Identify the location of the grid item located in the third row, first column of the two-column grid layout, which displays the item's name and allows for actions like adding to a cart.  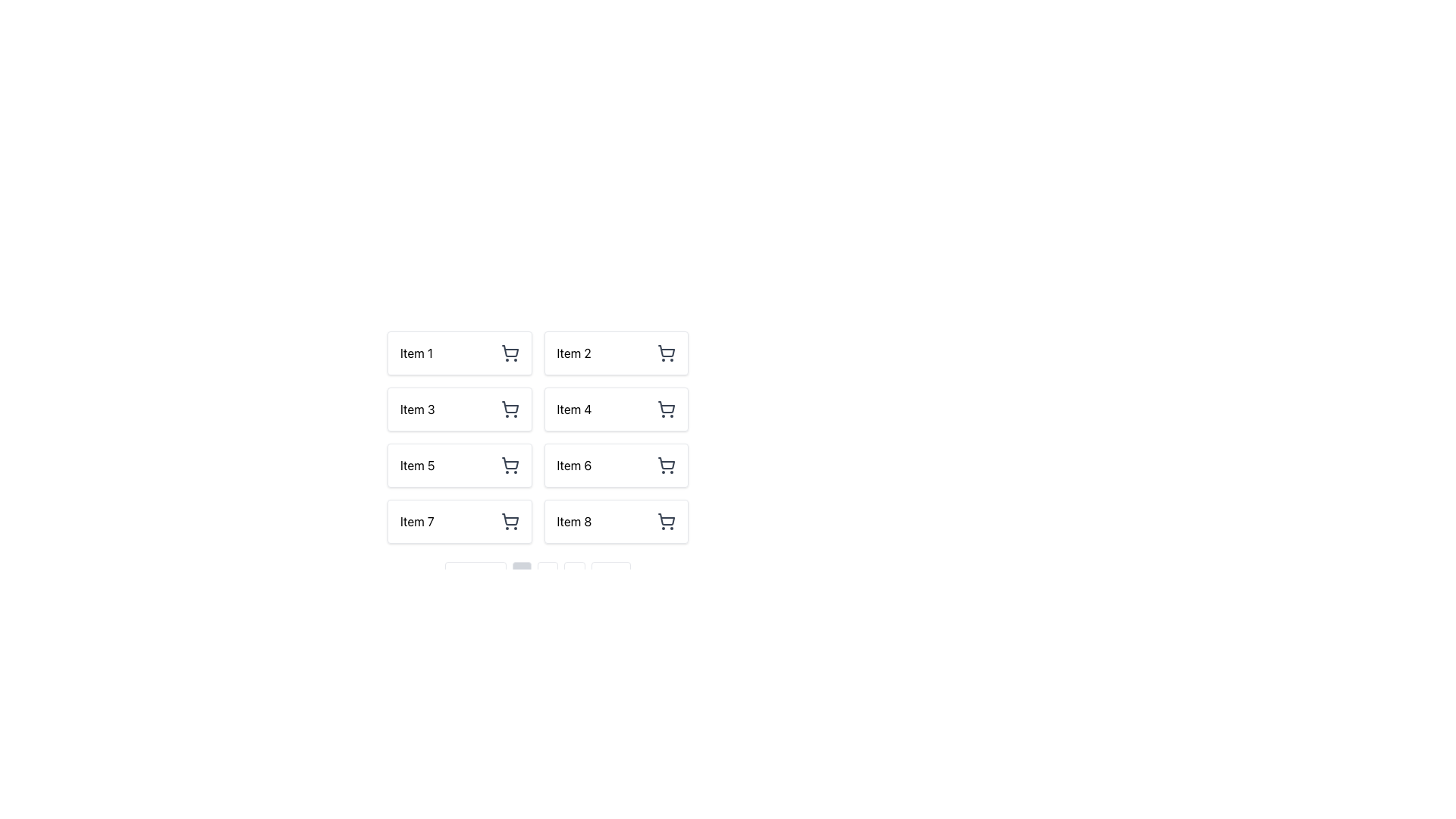
(459, 464).